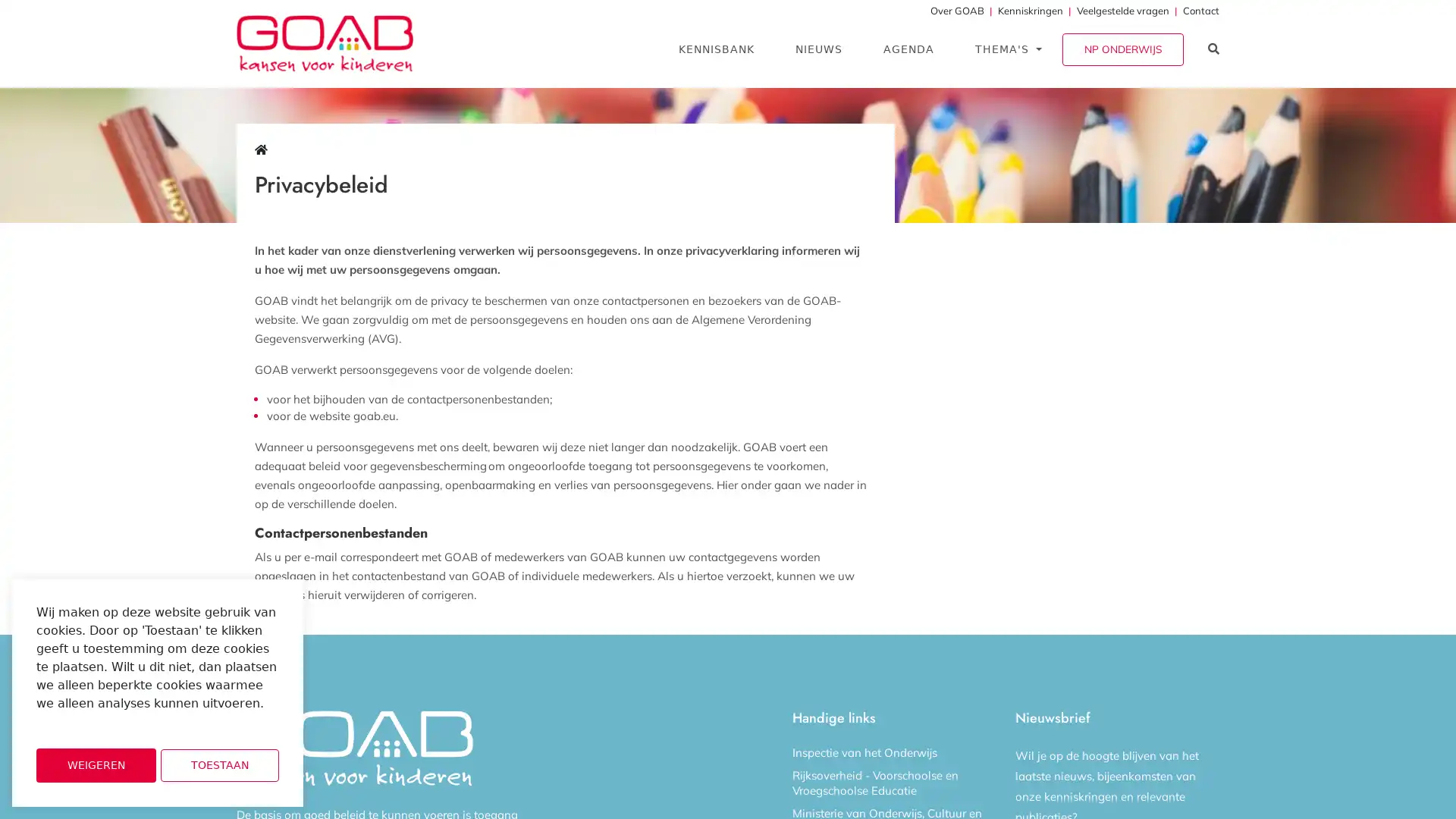 The width and height of the screenshot is (1456, 819). I want to click on learn more about cookies, so click(76, 723).